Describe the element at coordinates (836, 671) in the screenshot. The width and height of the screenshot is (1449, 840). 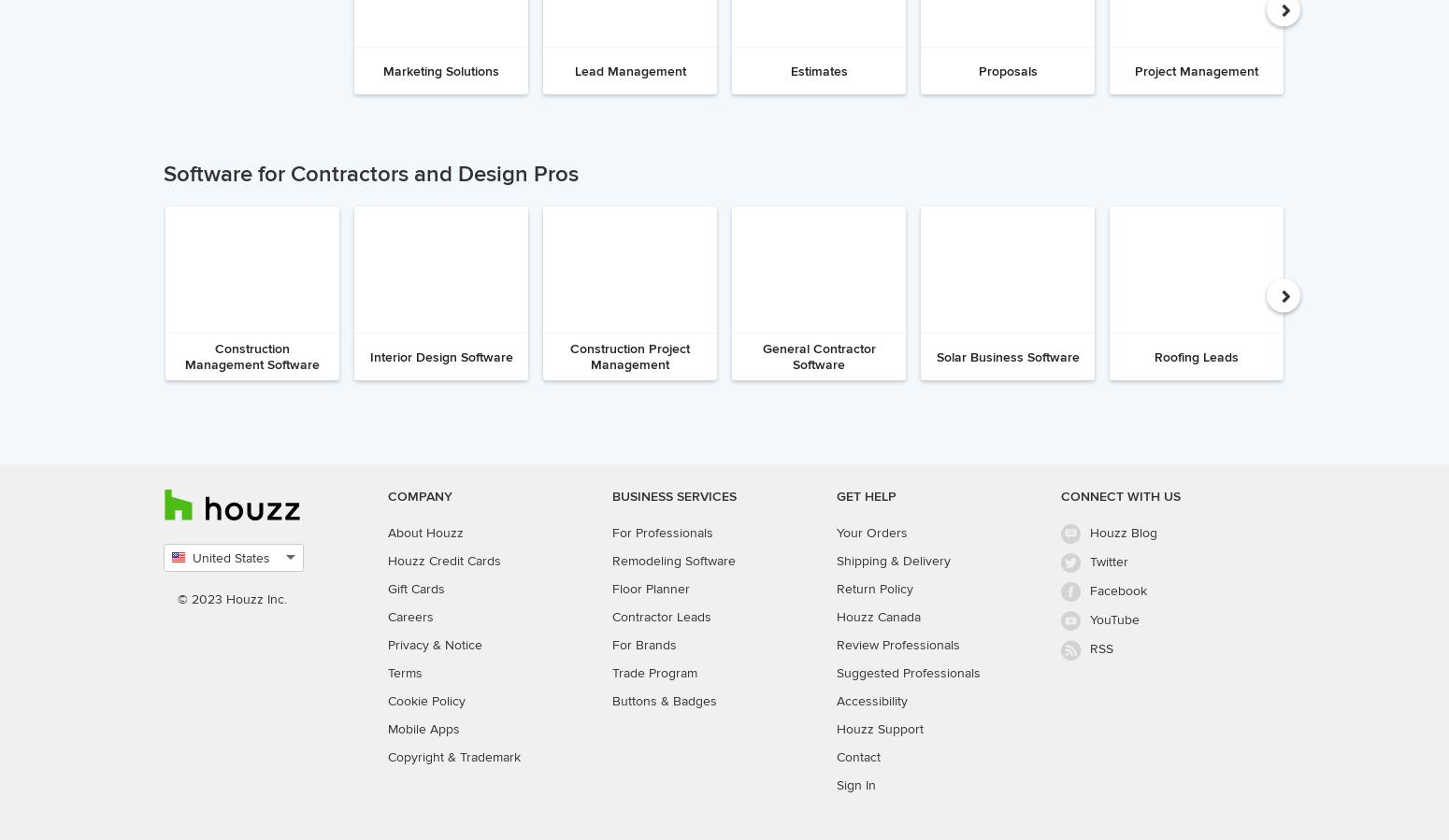
I see `'Suggested Professionals'` at that location.